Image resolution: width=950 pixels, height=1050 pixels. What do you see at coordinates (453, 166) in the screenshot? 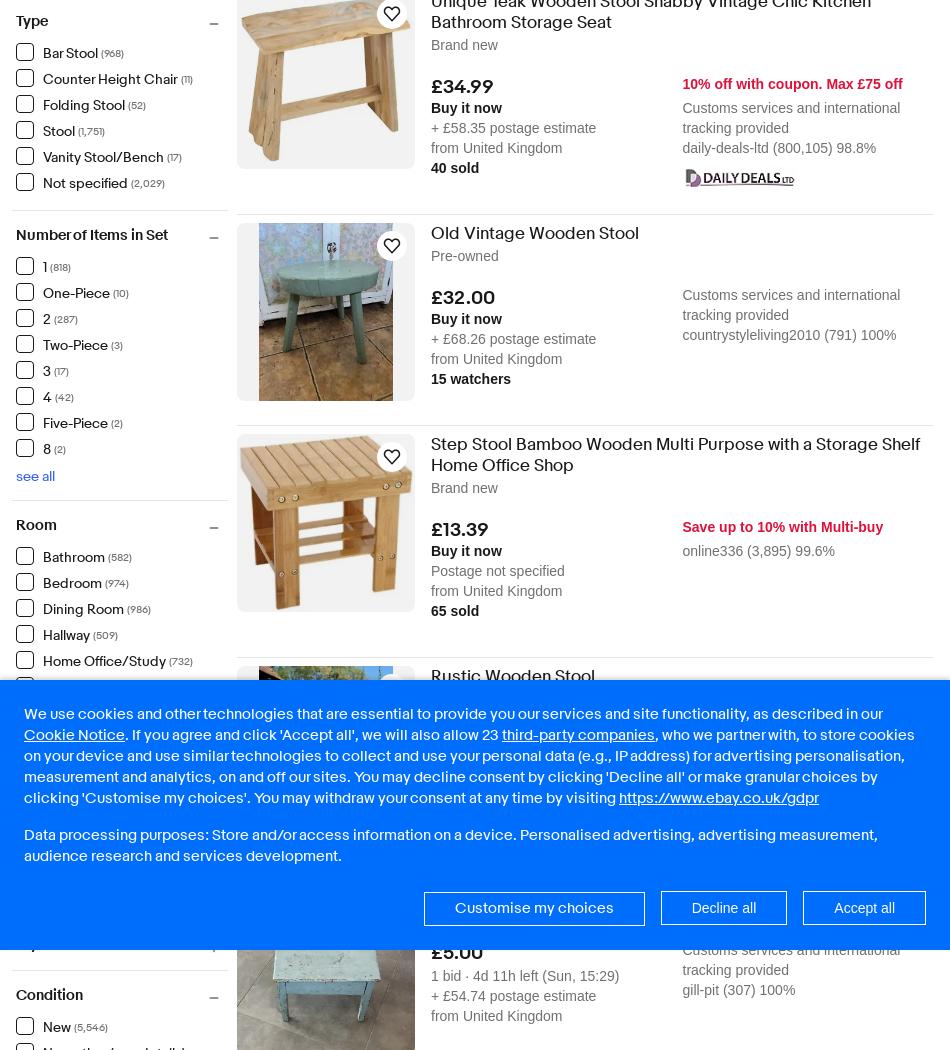
I see `'40 sold'` at bounding box center [453, 166].